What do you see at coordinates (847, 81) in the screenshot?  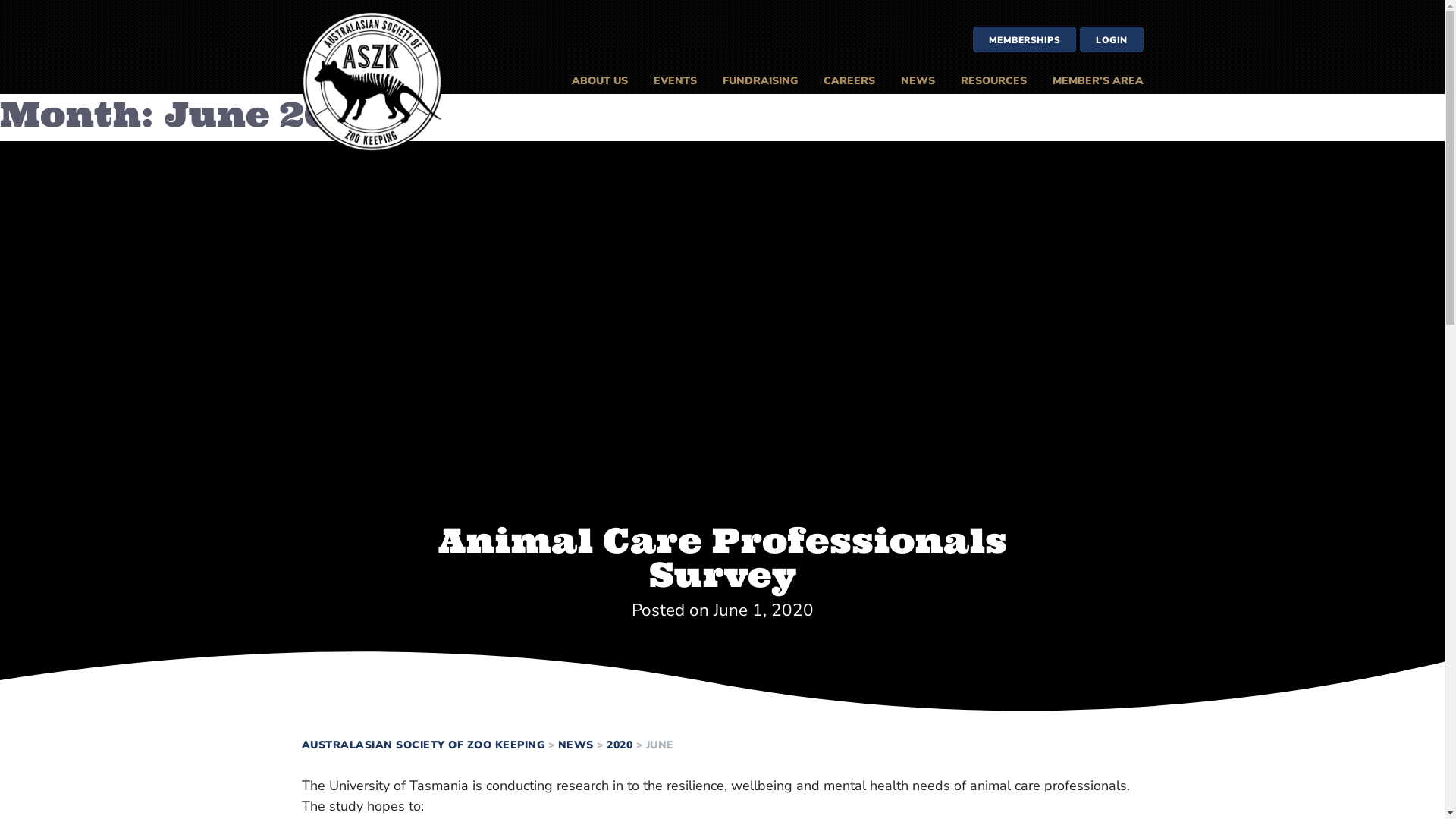 I see `'CAREERS'` at bounding box center [847, 81].